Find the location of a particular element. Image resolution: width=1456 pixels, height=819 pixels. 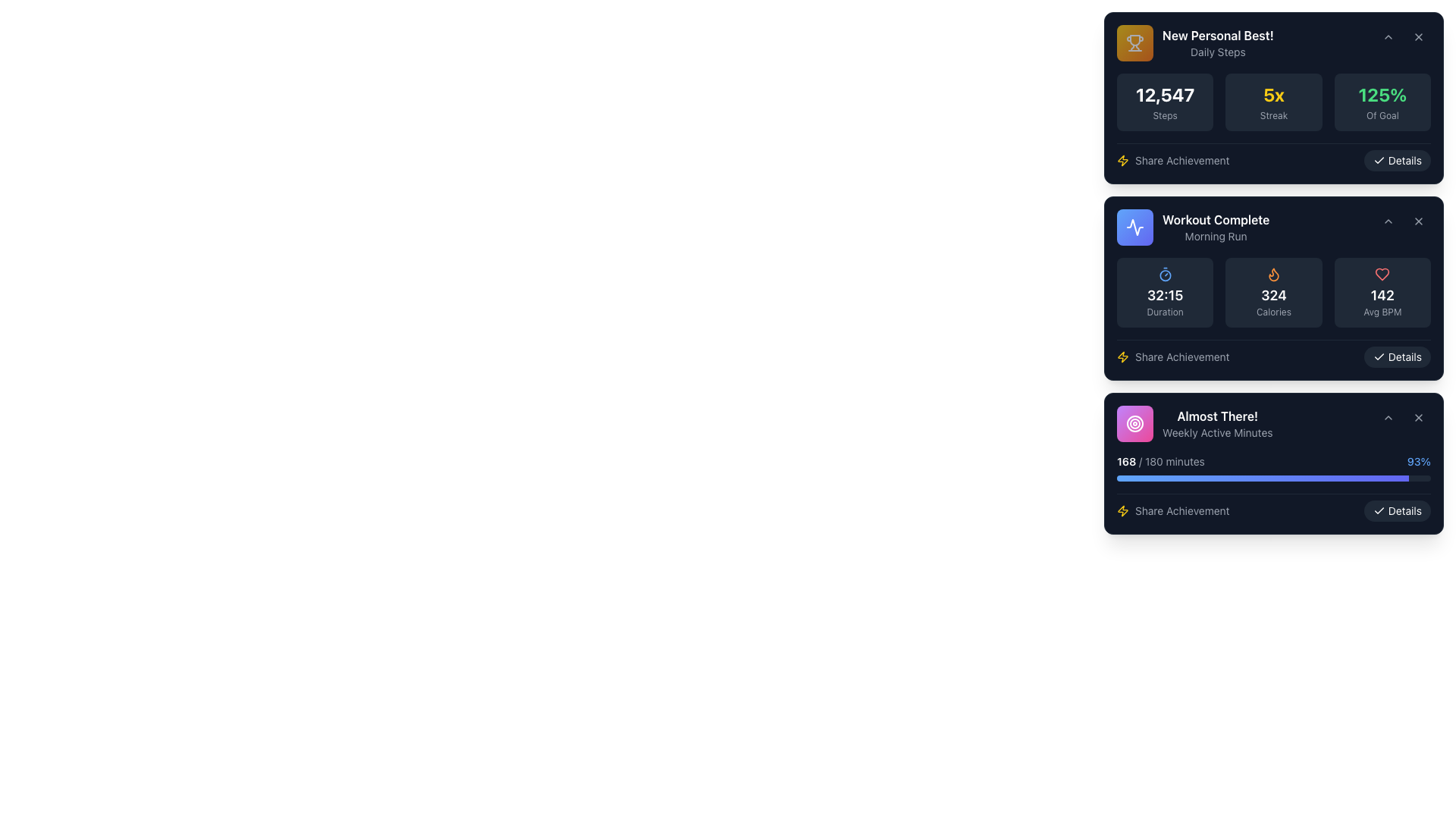

the share button located at the bottom-left of the 'Workout Complete' card is located at coordinates (1172, 356).